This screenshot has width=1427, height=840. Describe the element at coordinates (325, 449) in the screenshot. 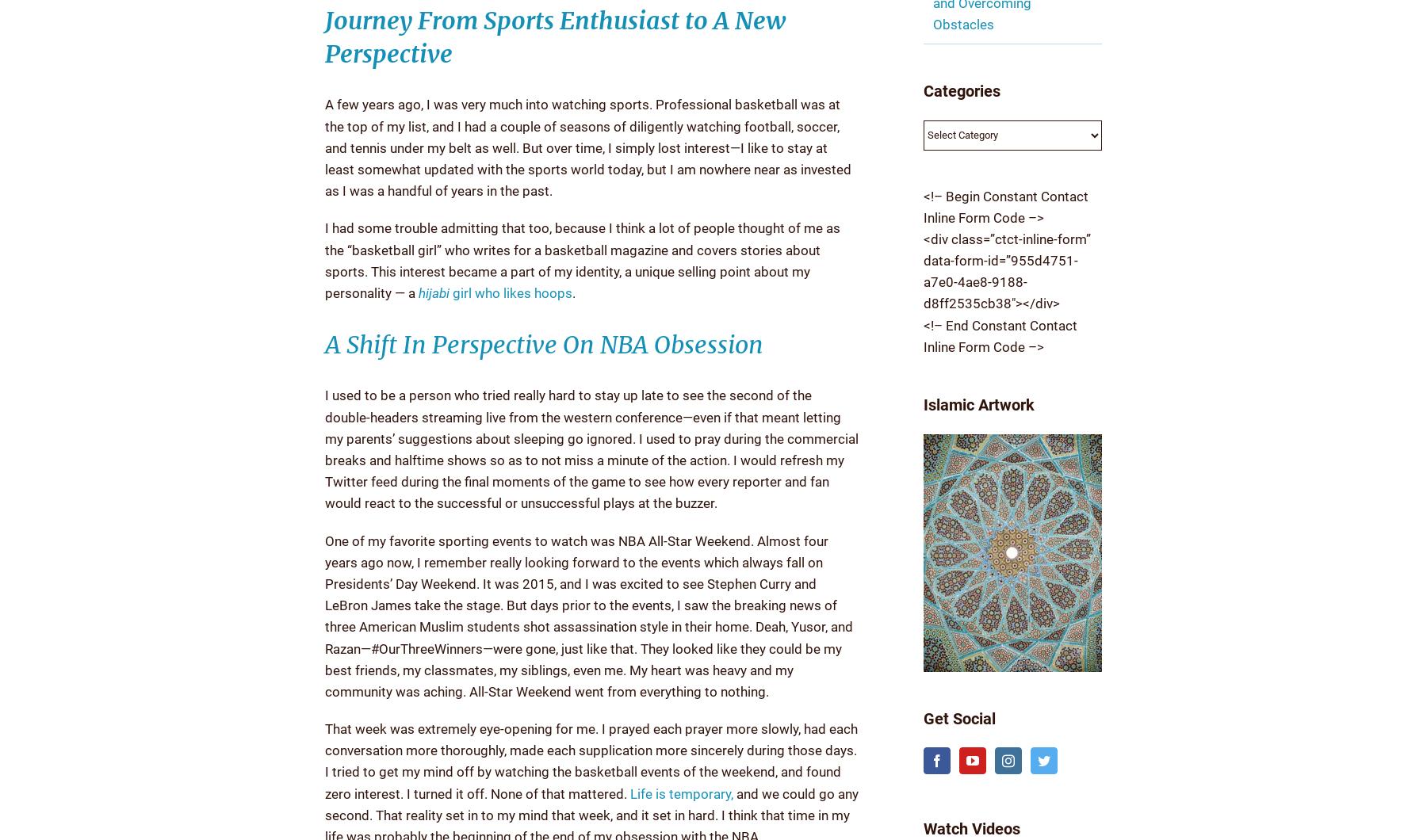

I see `'I used to be a person who tried really hard to stay up late to see the second of the double-headers streaming live from the western conference—even if that meant letting my parents’ suggestions about sleeping go ignored. I used to pray during the commercial breaks and halftime shows so as to not miss a minute of the action. I would refresh my Twitter feed during the final moments of the game to see how every reporter and fan would react to the successful or unsuccessful plays at the buzzer.'` at that location.